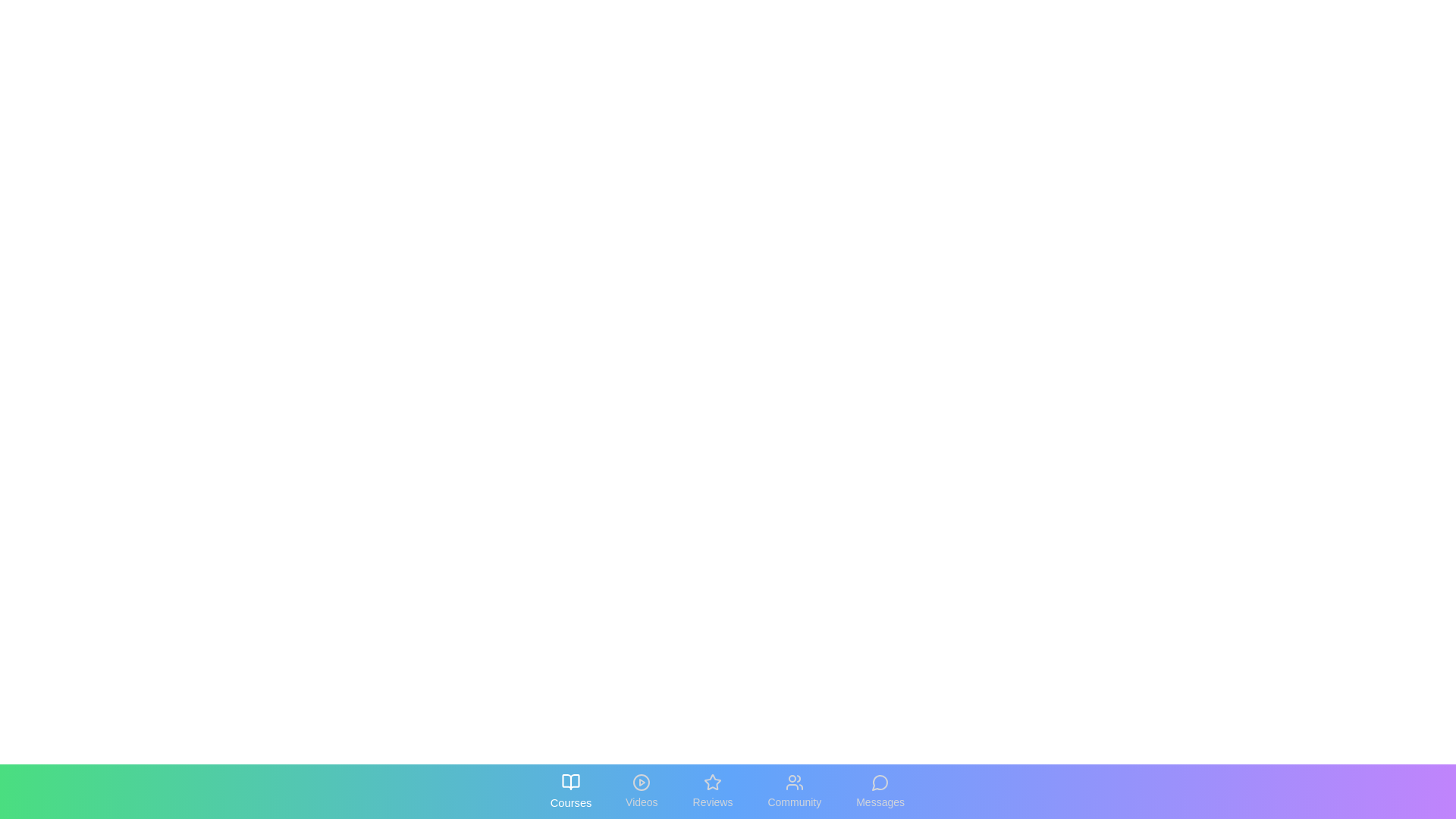 This screenshot has height=819, width=1456. I want to click on the tab labeled Videos to reveal its interactive state, so click(641, 791).